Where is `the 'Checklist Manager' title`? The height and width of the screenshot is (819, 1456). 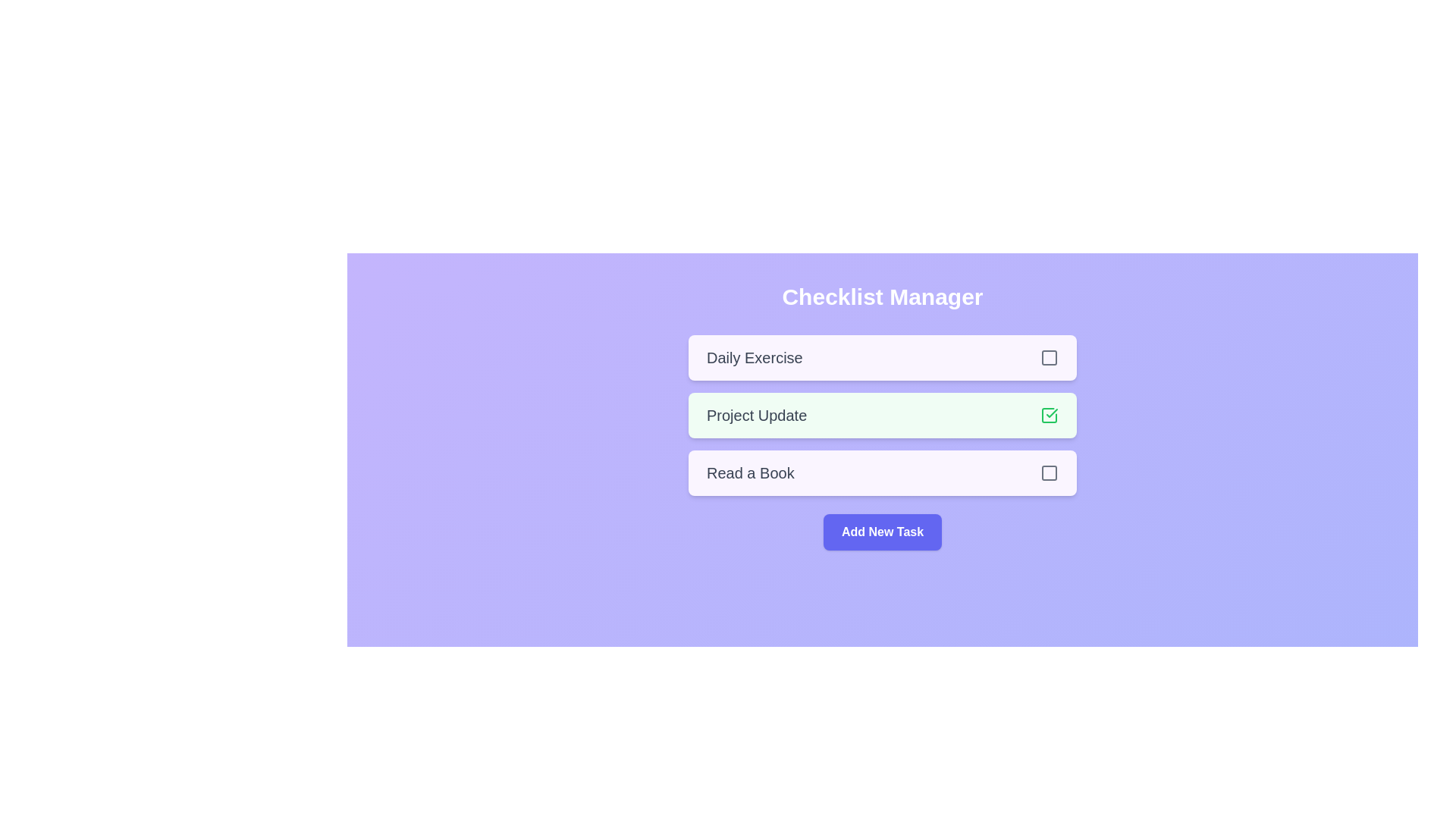
the 'Checklist Manager' title is located at coordinates (882, 297).